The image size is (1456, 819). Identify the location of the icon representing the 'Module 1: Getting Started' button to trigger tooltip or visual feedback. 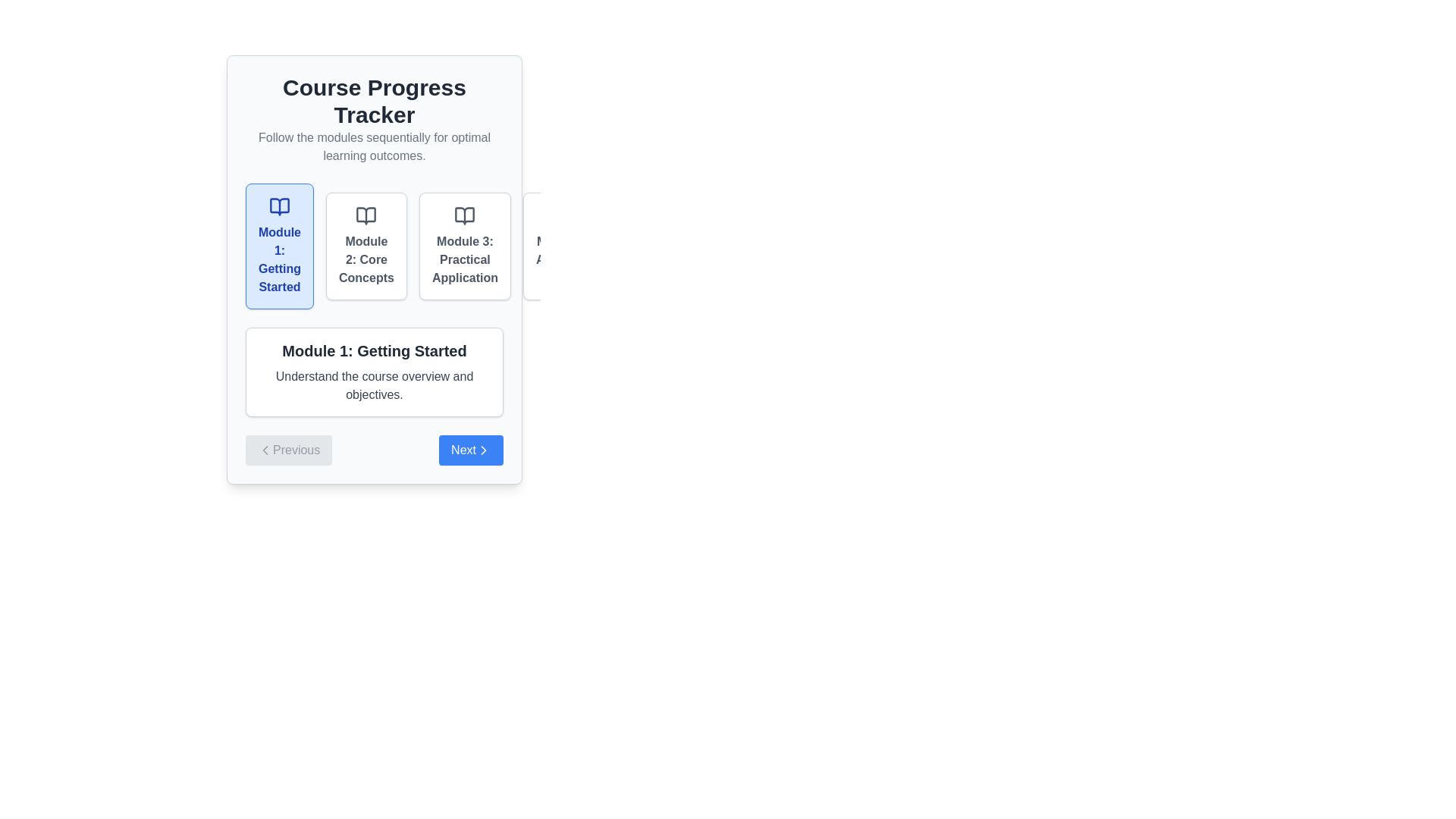
(280, 207).